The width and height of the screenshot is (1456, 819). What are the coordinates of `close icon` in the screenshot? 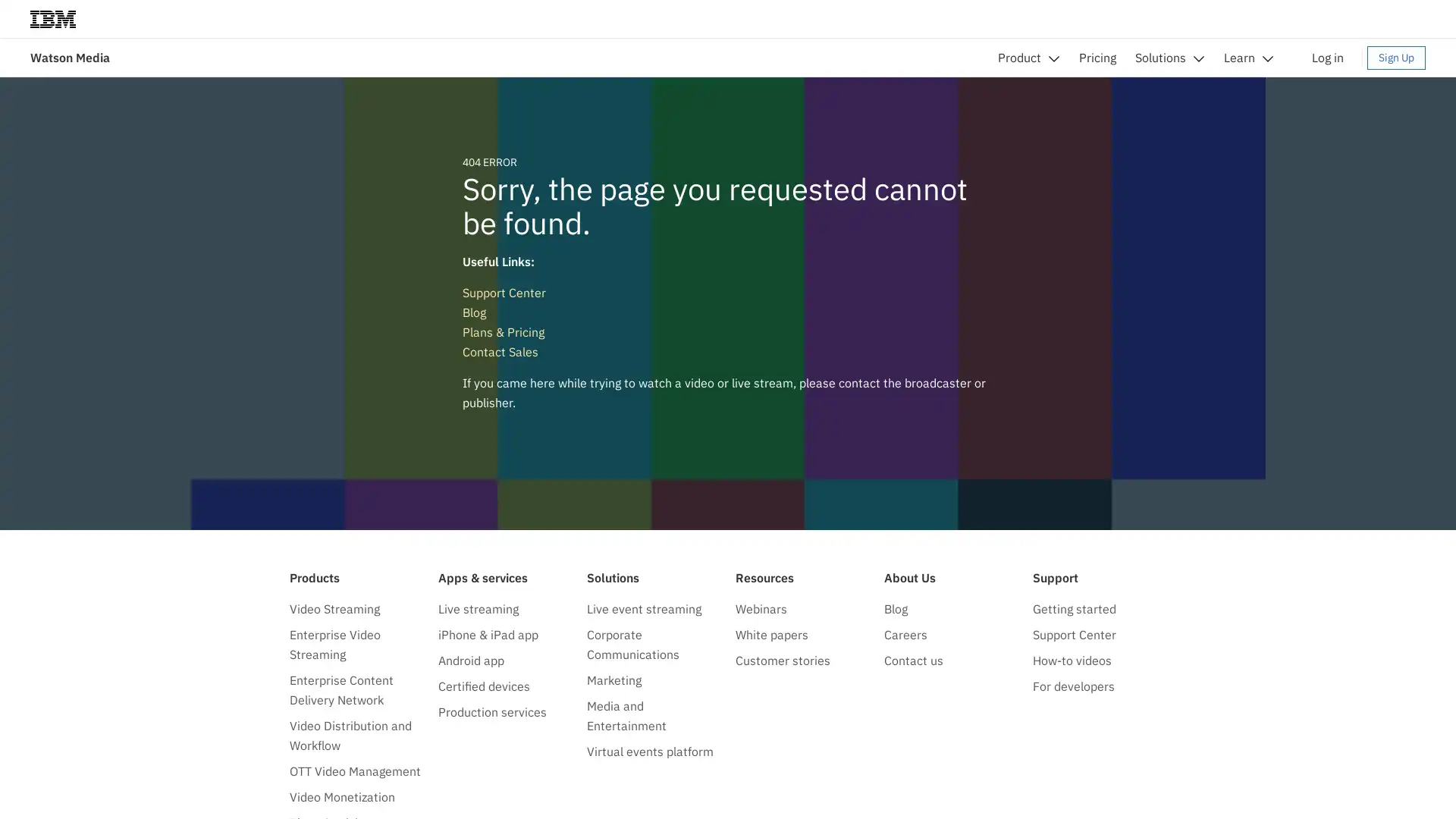 It's located at (1444, 683).